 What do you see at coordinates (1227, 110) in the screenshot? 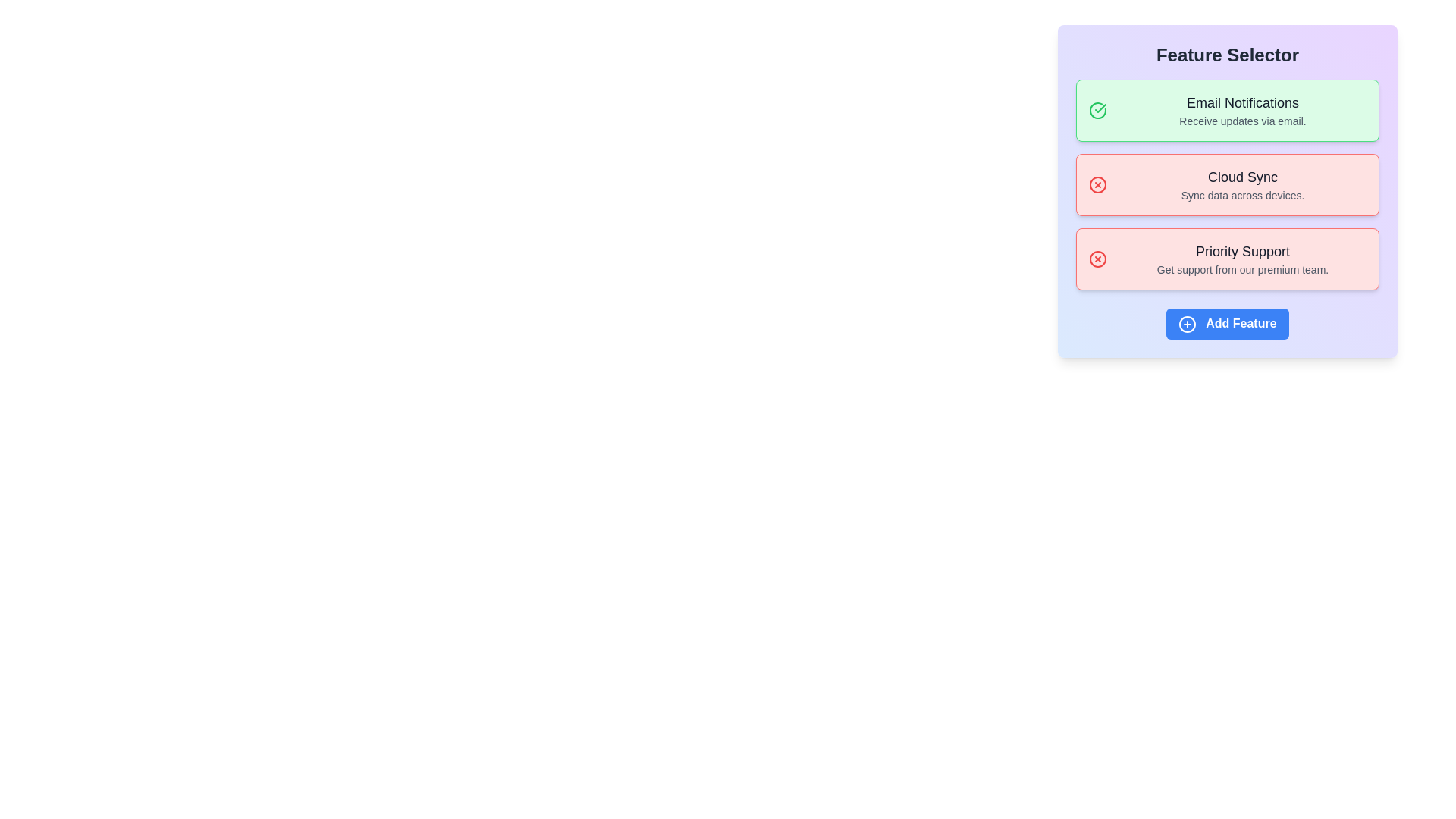
I see `the selectable option item titled 'Email Notifications' with a green border and light green background, which includes a checkmark icon and a description below it` at bounding box center [1227, 110].